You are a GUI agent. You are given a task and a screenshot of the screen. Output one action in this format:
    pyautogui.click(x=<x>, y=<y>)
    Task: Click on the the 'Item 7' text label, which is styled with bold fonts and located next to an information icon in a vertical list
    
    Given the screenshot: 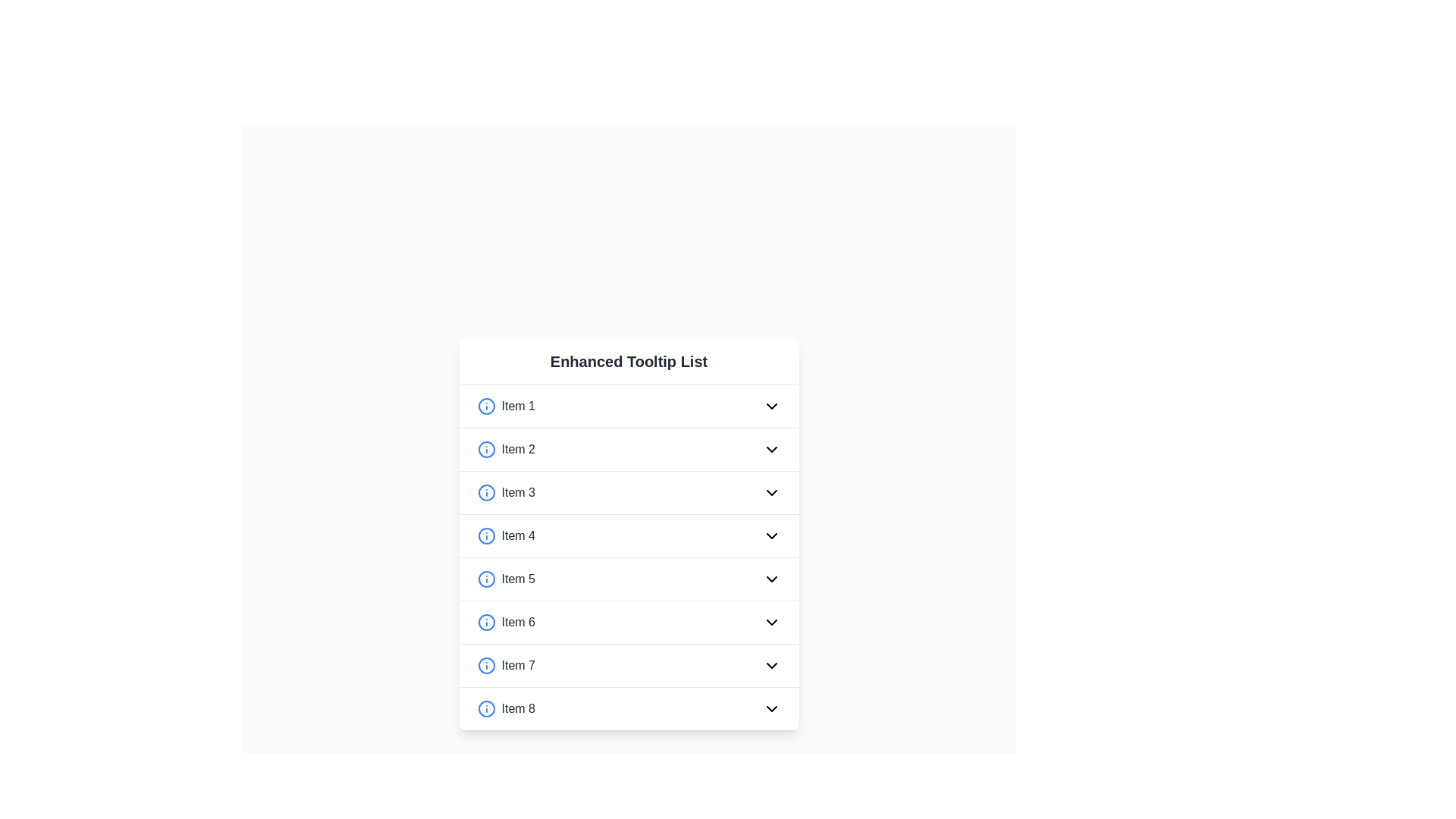 What is the action you would take?
    pyautogui.click(x=506, y=665)
    